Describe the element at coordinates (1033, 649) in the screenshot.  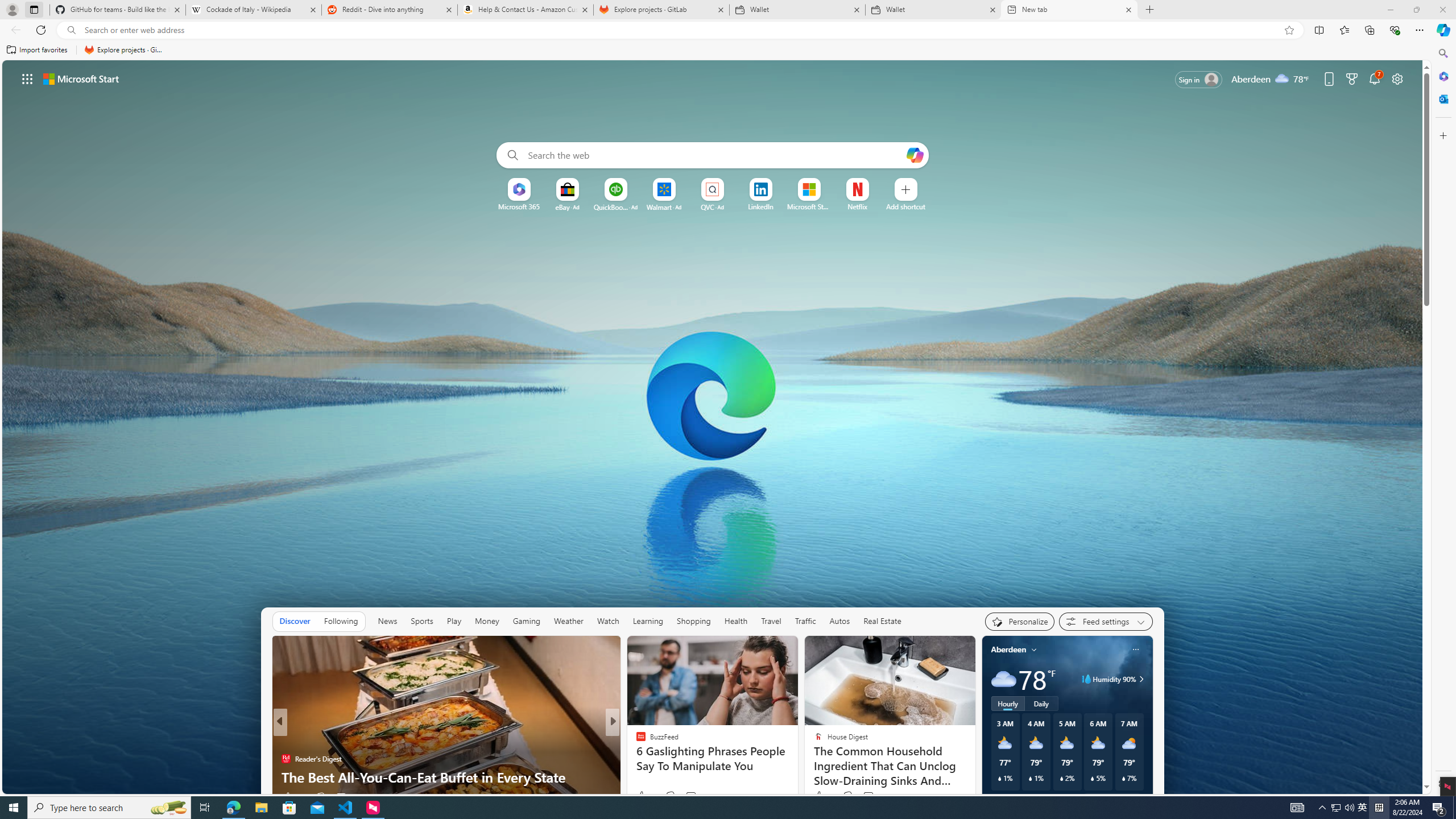
I see `'My location'` at that location.